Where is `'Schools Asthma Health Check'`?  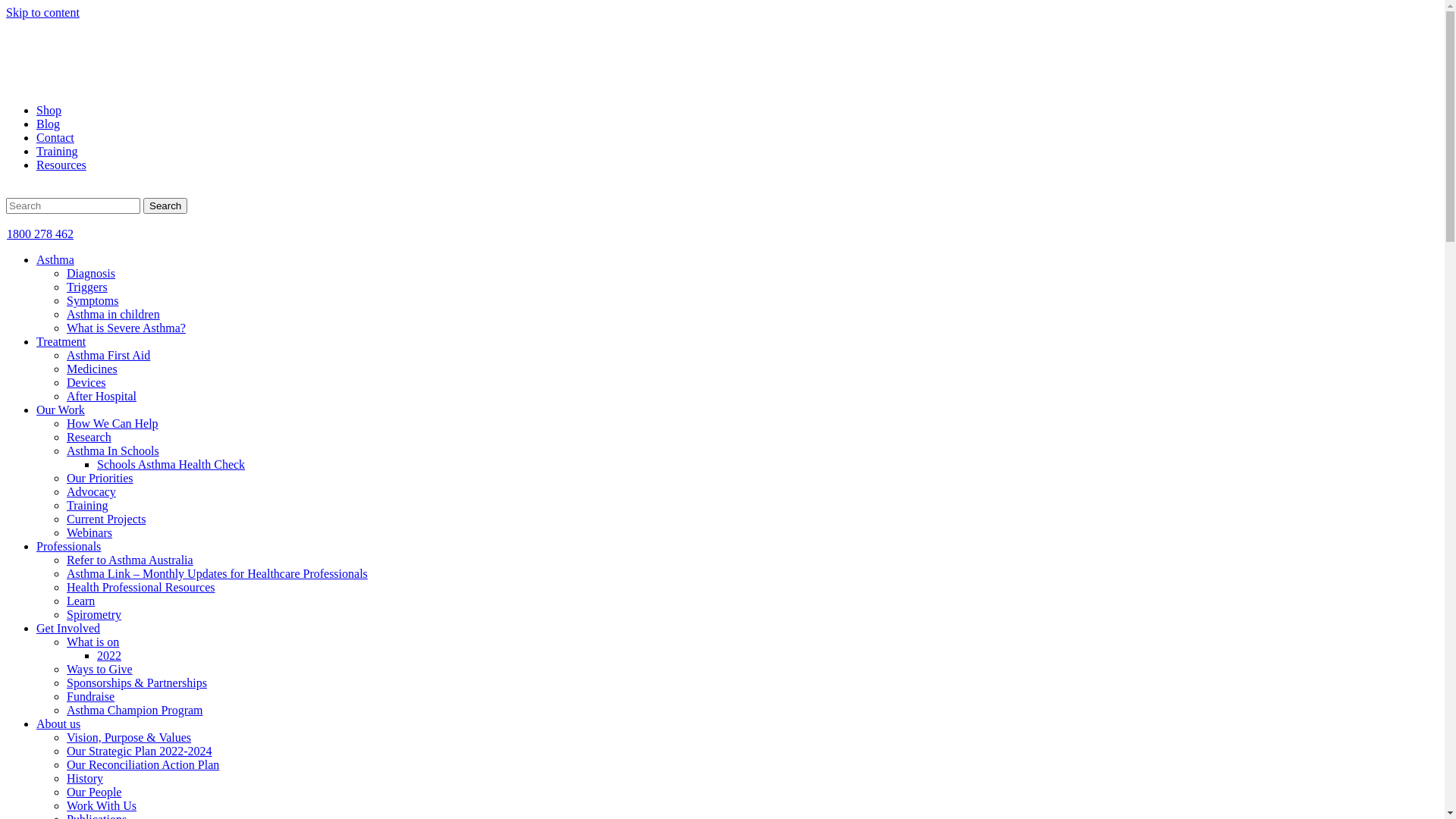 'Schools Asthma Health Check' is located at coordinates (171, 463).